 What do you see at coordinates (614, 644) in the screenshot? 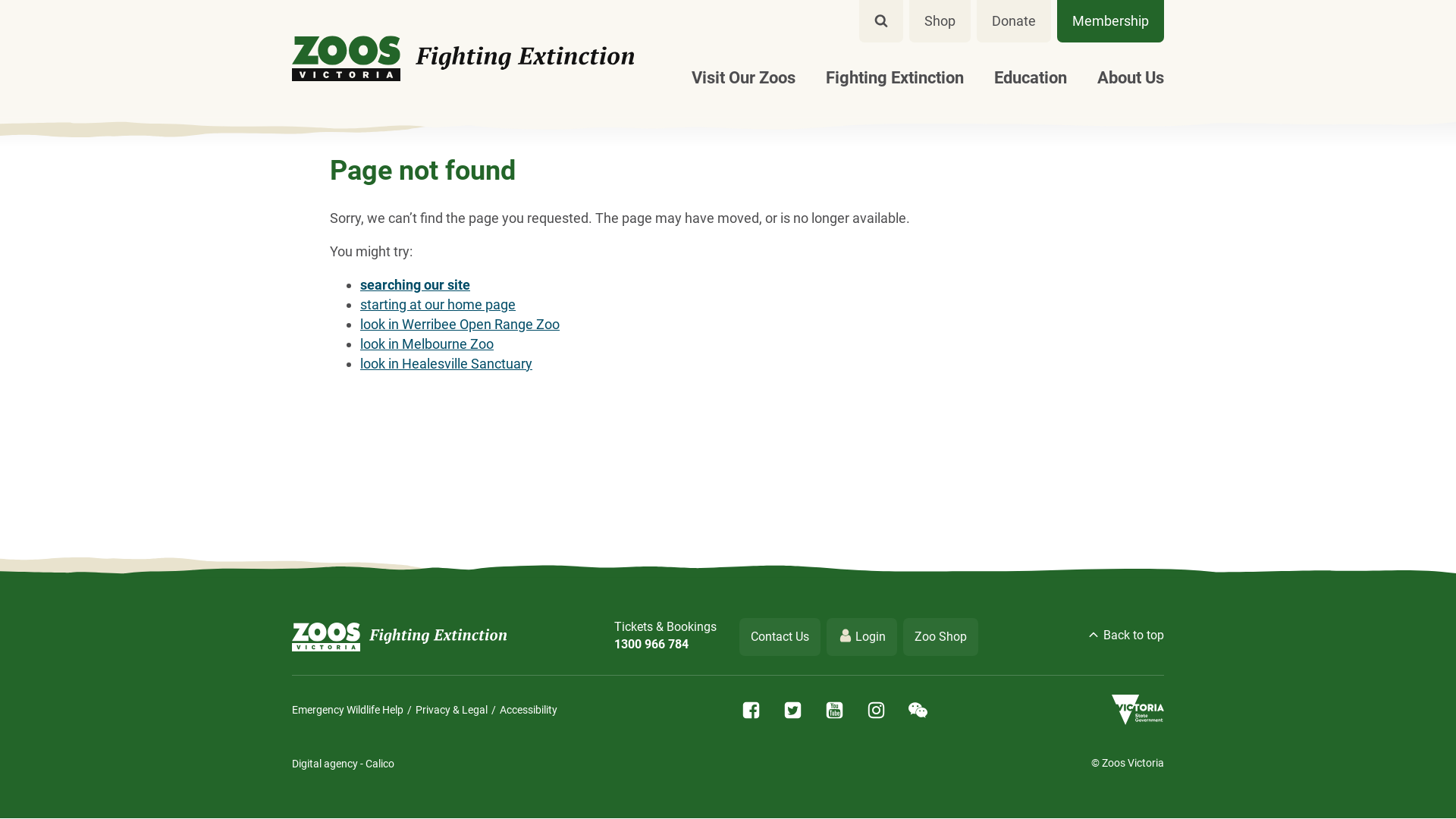
I see `'1300 966 784'` at bounding box center [614, 644].